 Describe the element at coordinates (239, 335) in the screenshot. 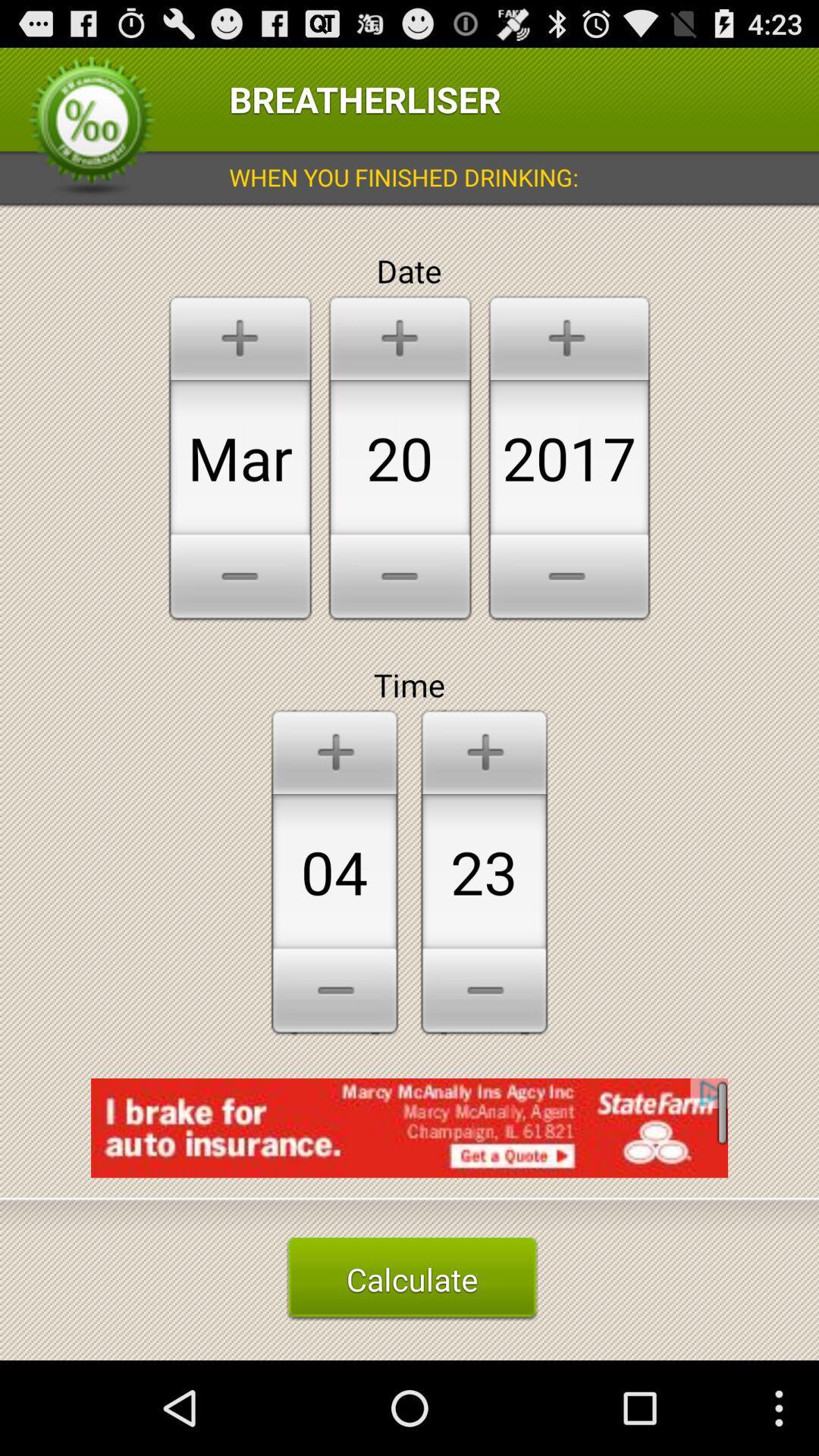

I see `plus icon on top of mar text` at that location.